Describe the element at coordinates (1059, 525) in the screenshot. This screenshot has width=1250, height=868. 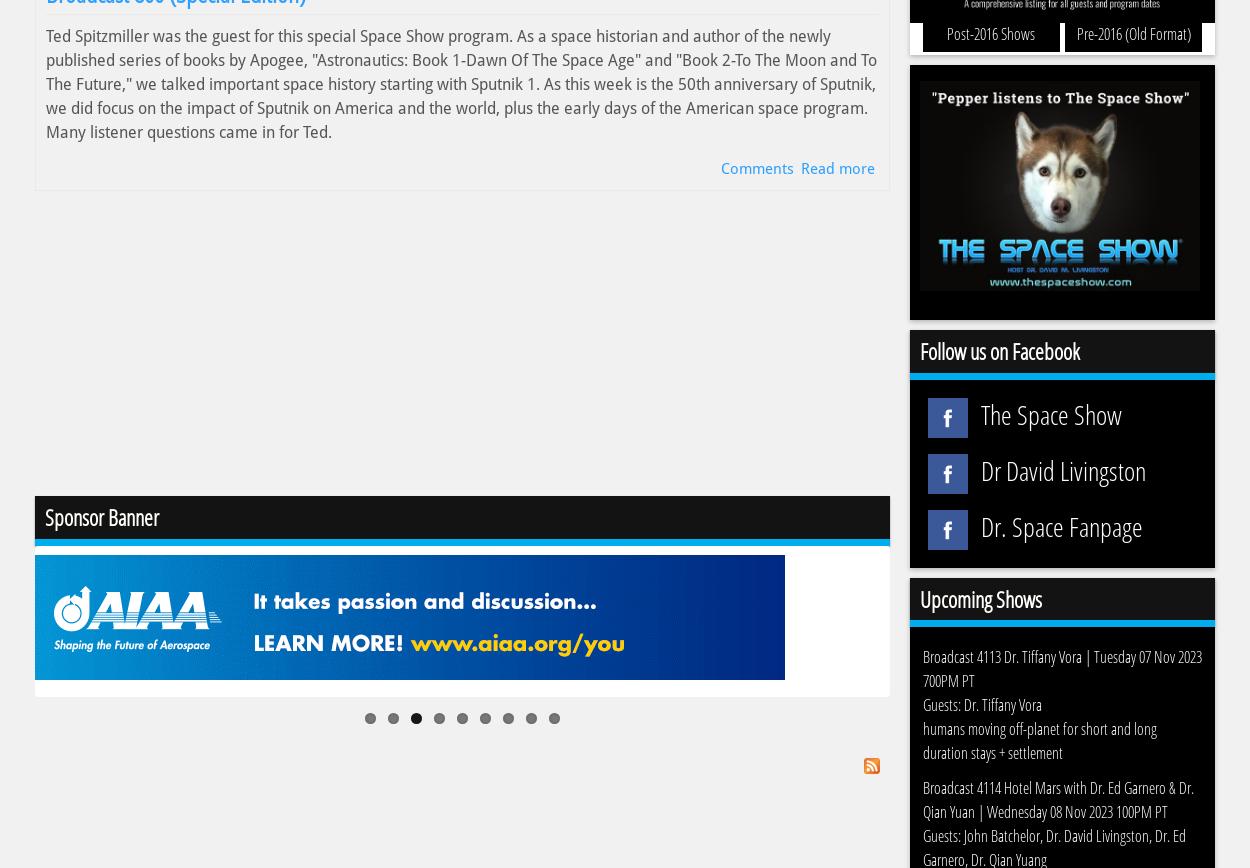
I see `'Dr. Space Fanpage'` at that location.